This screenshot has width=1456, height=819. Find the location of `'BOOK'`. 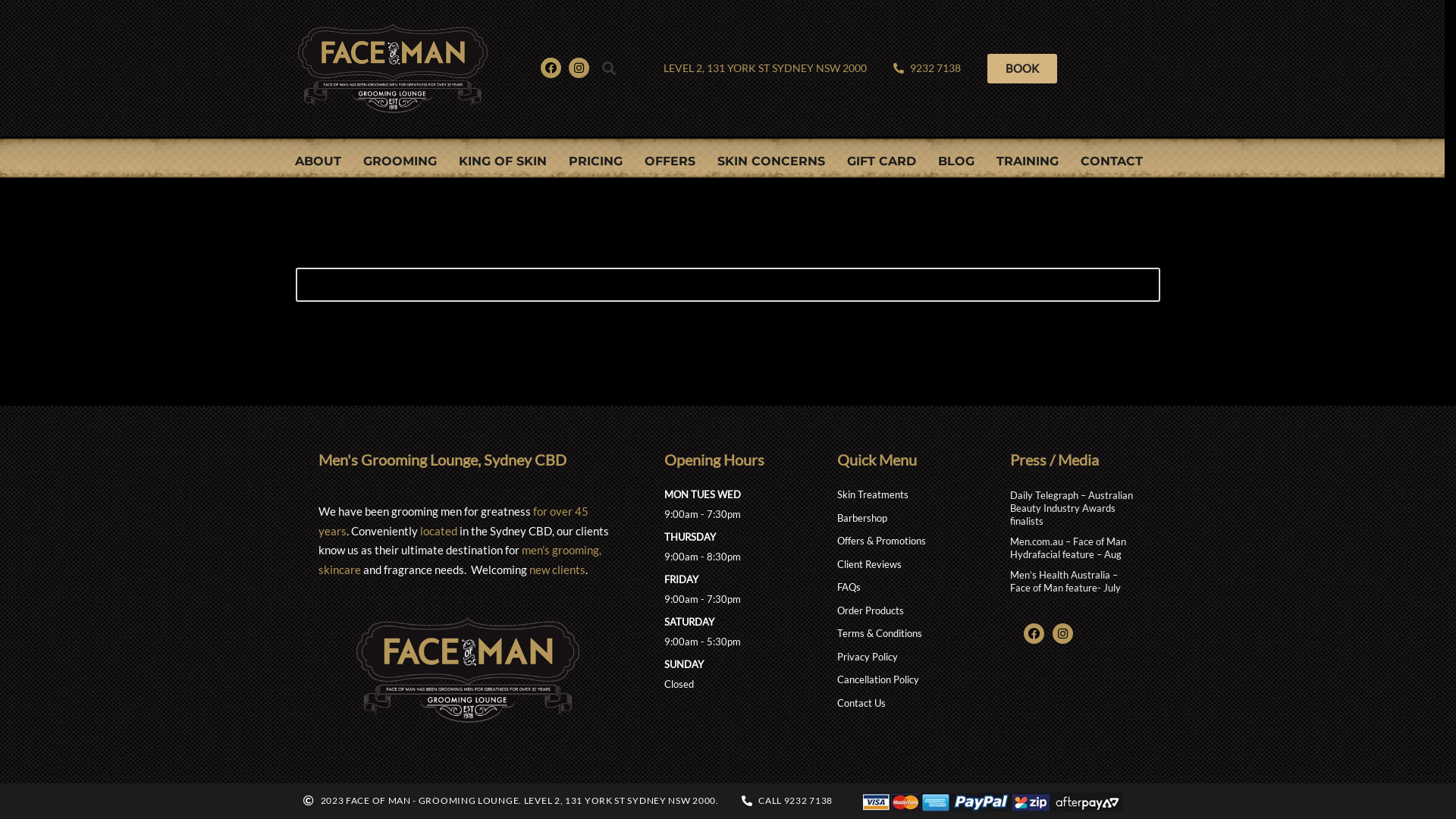

'BOOK' is located at coordinates (1022, 67).